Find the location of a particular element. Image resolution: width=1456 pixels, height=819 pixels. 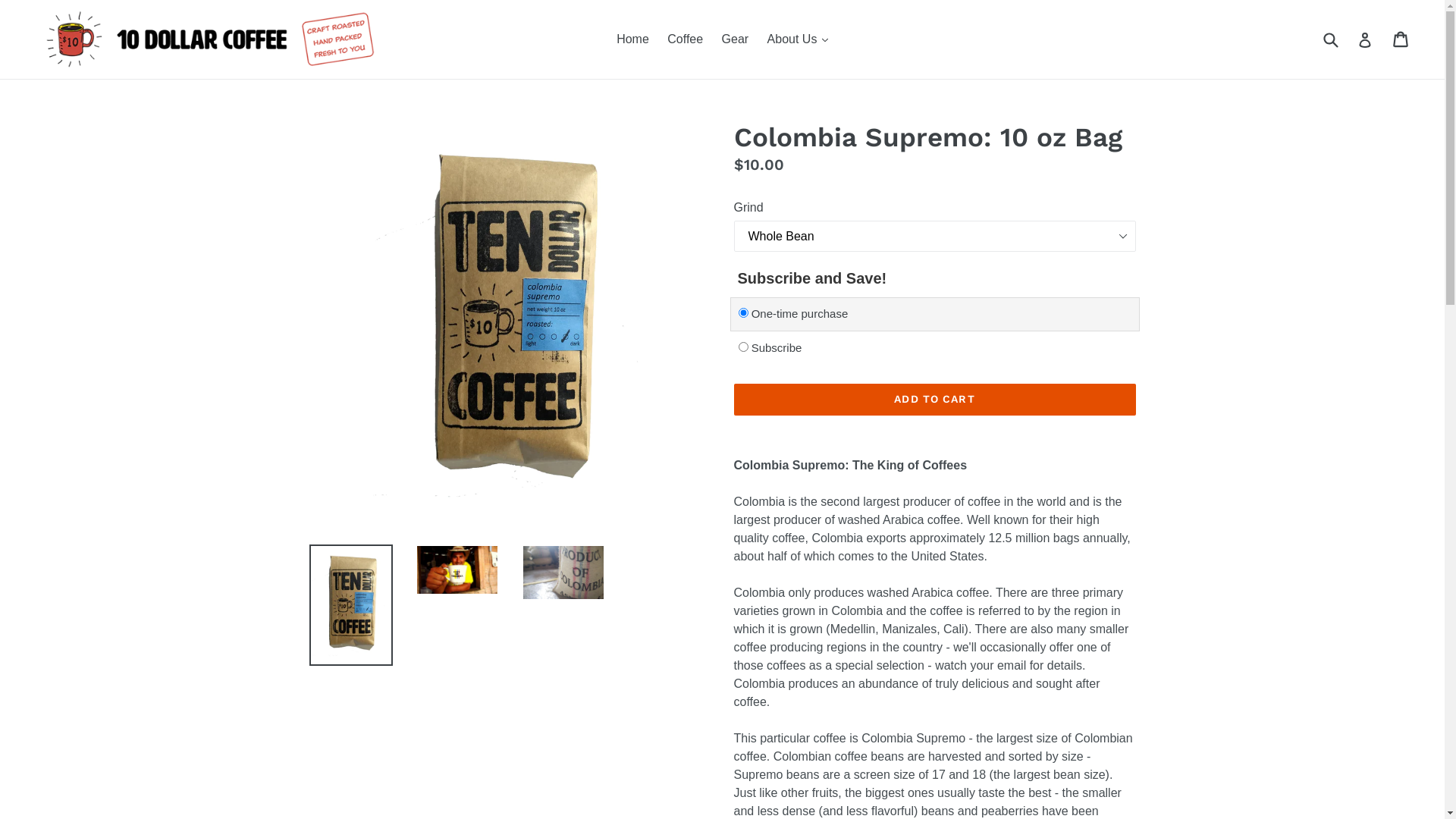

'Cart is located at coordinates (1401, 38).